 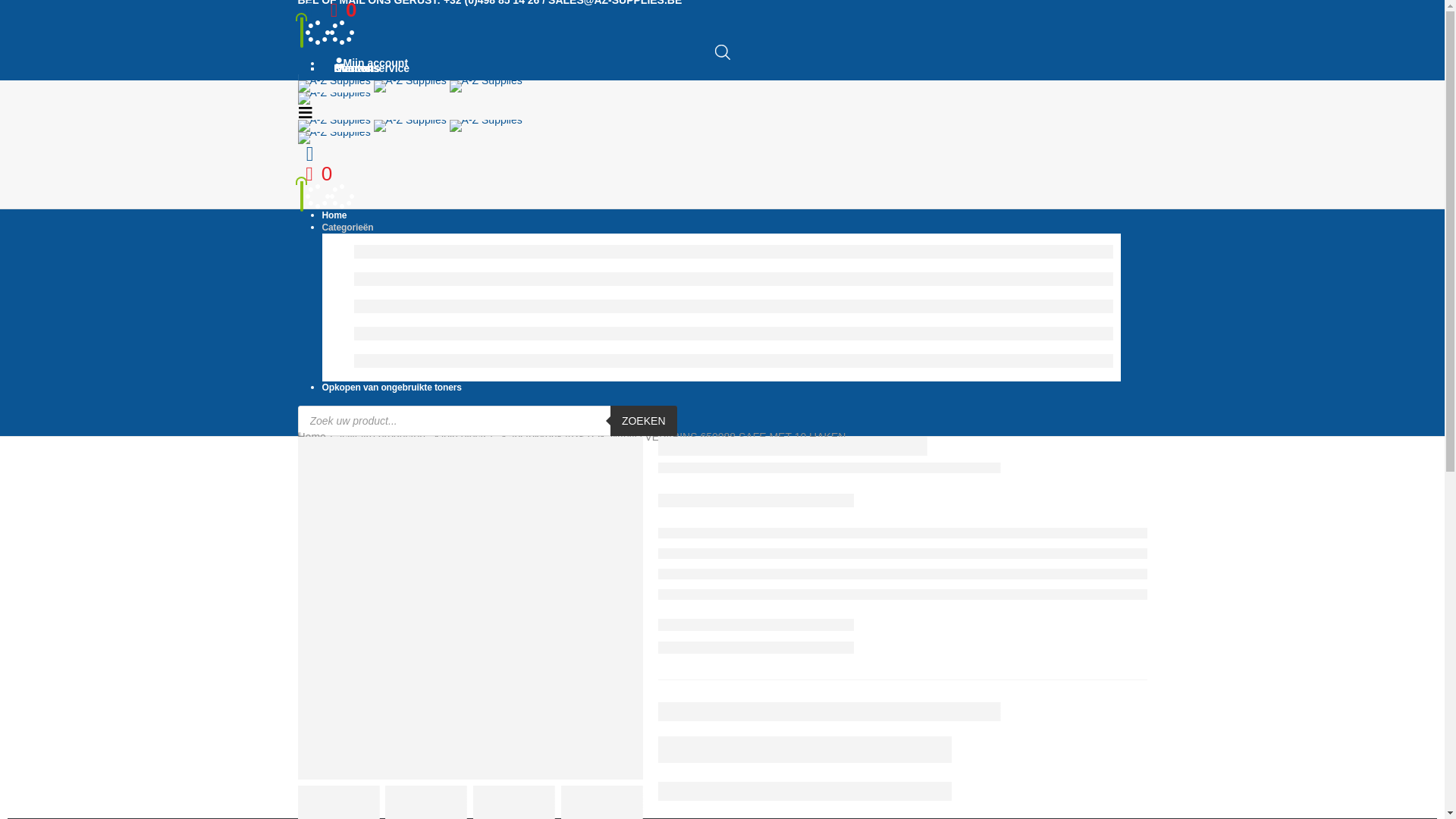 What do you see at coordinates (409, 130) in the screenshot?
I see `'A-Z Supplies - '` at bounding box center [409, 130].